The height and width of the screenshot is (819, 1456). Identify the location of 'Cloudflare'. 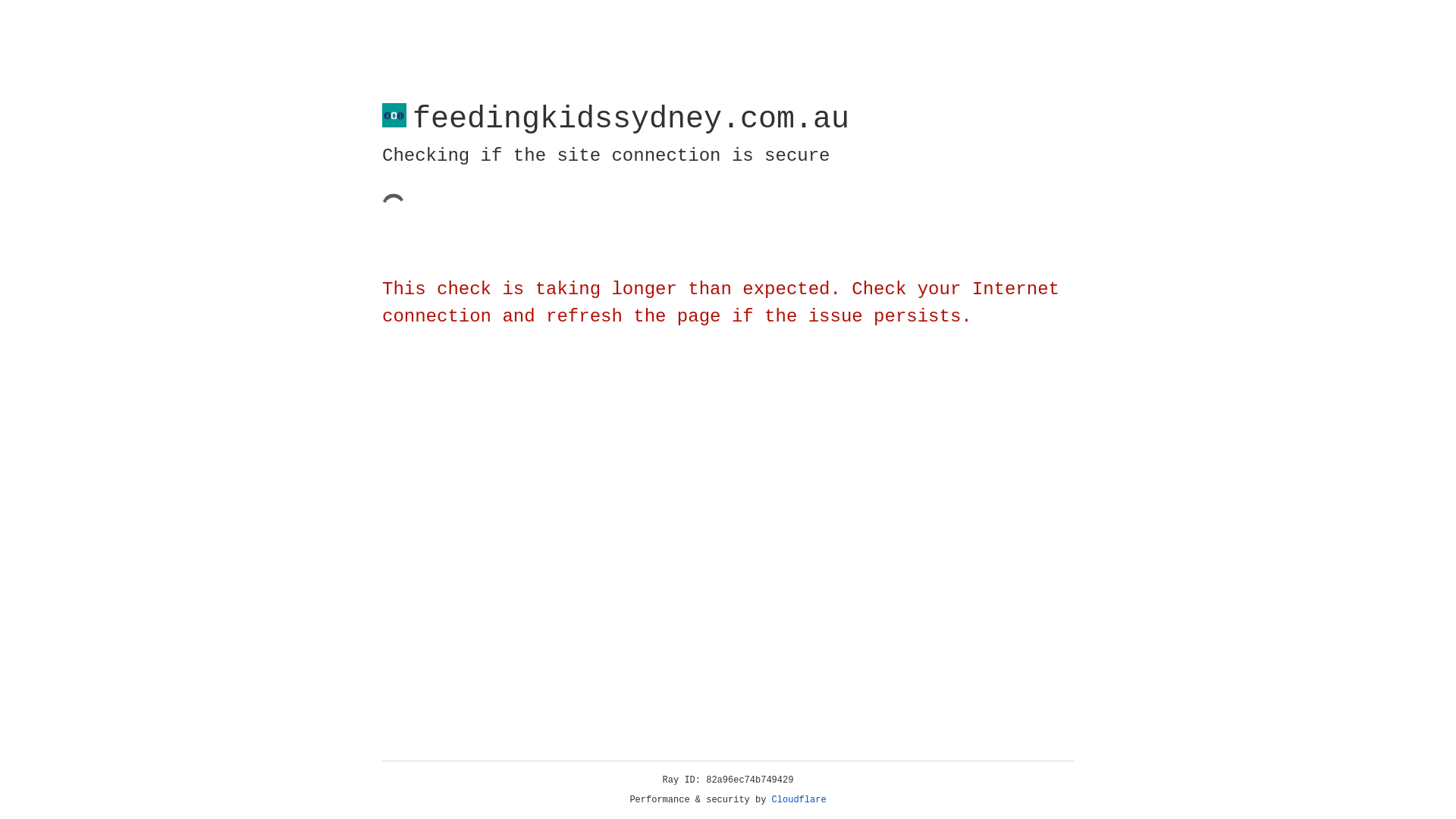
(799, 799).